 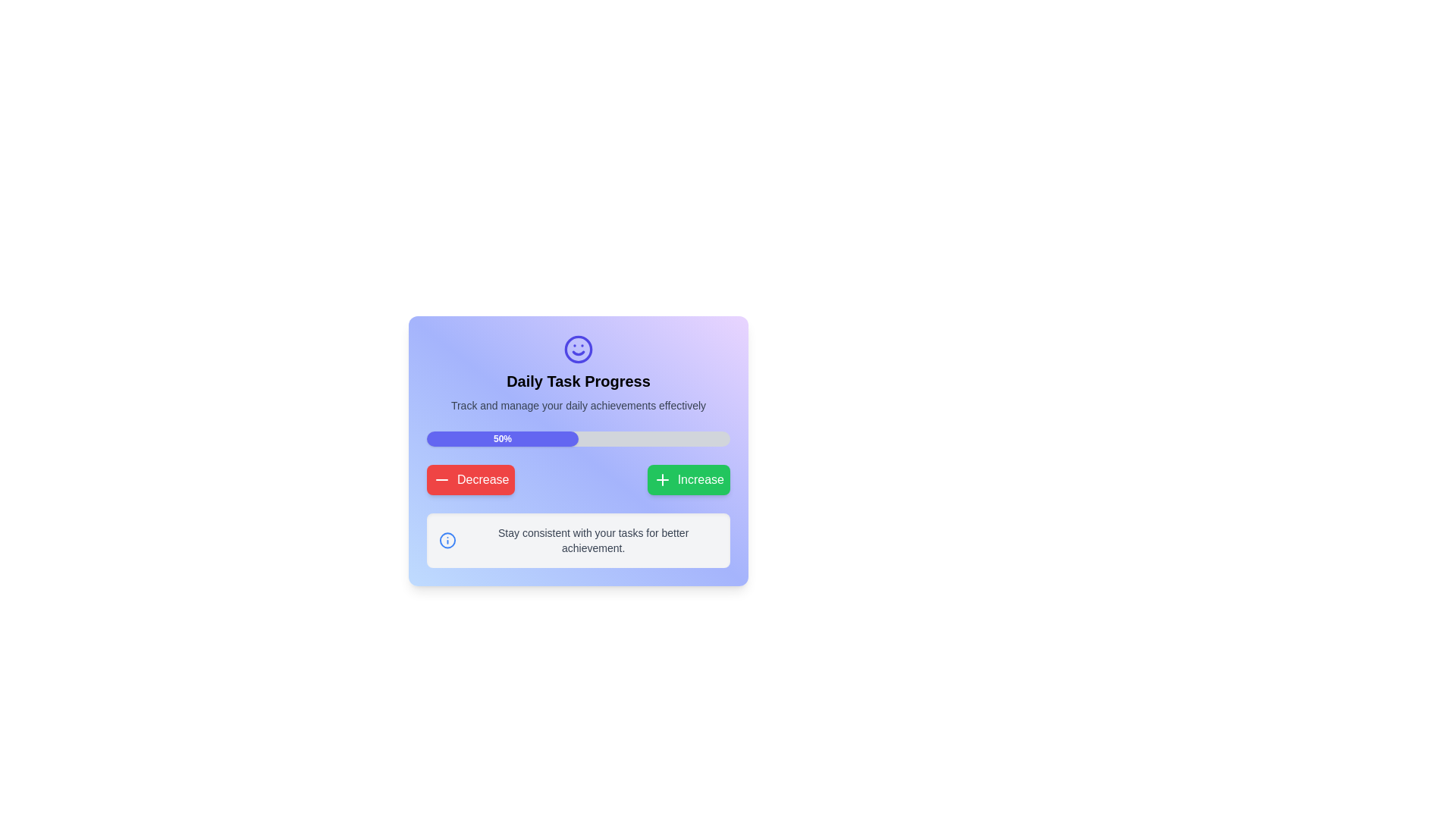 What do you see at coordinates (578, 405) in the screenshot?
I see `the Text Label that provides a descriptive subtitle for the 'Daily Task Progress' feature, located centrally beneath the main title within the card interface` at bounding box center [578, 405].